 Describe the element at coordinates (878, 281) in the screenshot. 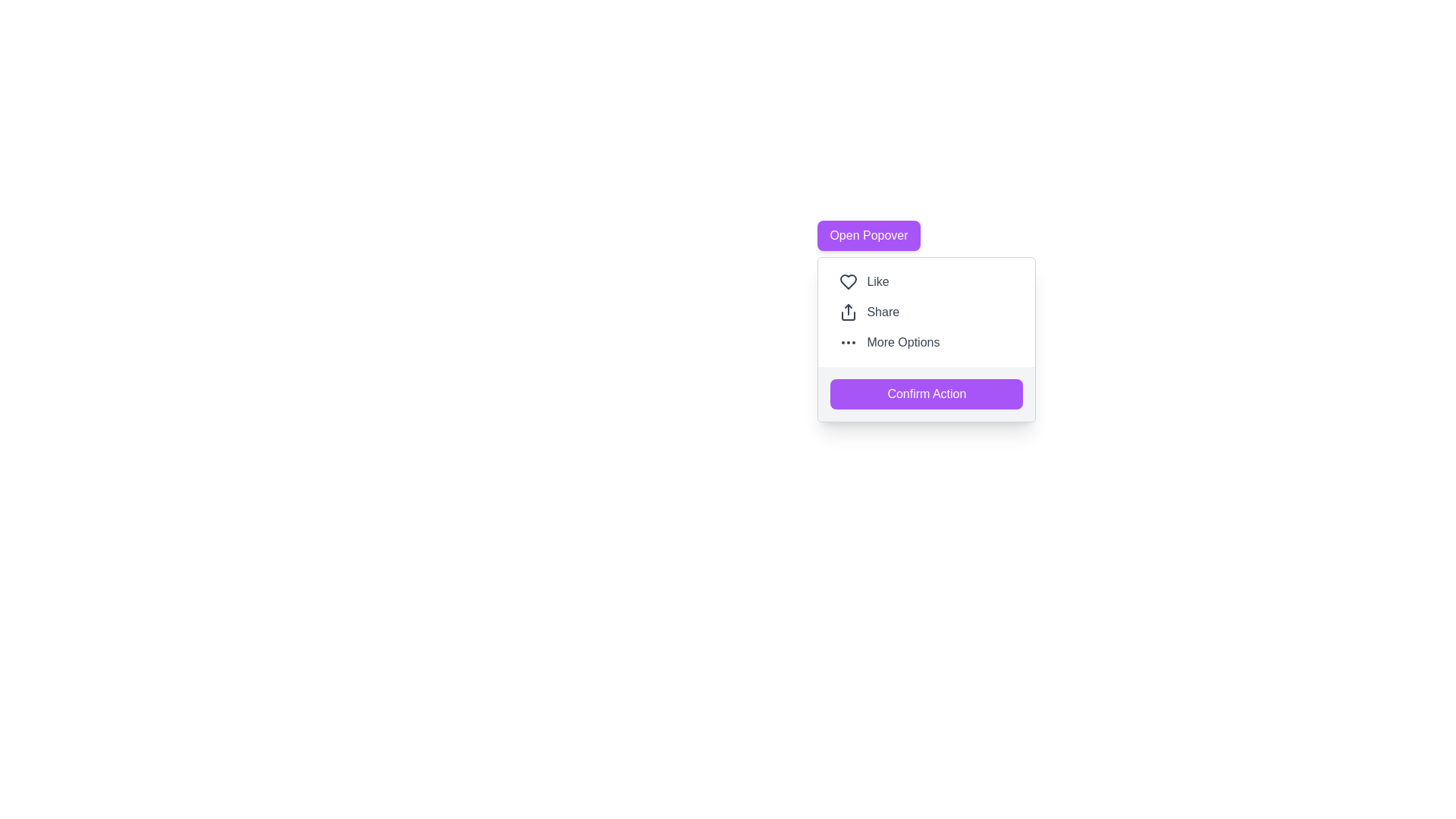

I see `the 'Like' label, which displays the text in gray next to a heart icon, located in the second row of the dropdown menu` at that location.